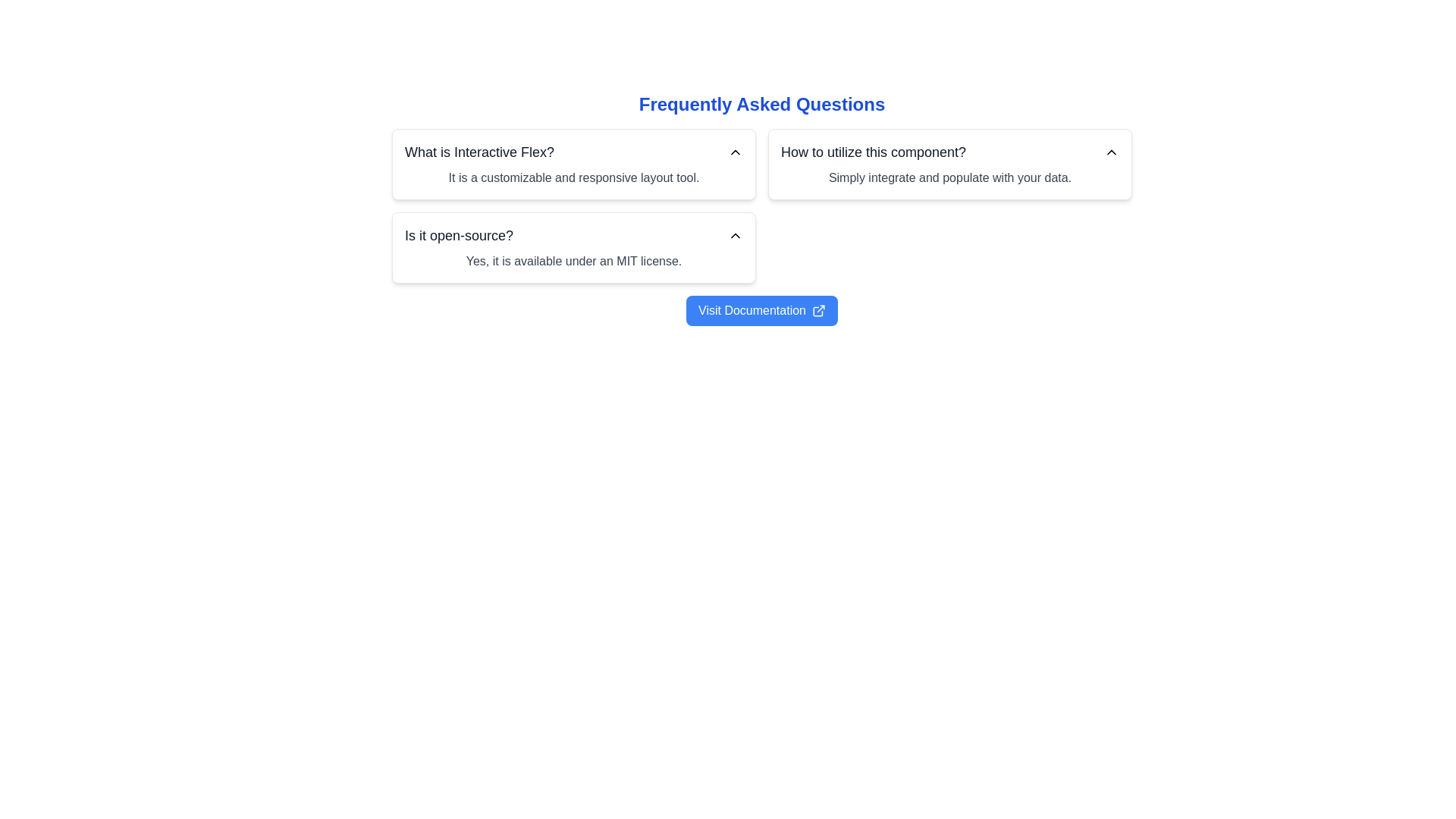 The height and width of the screenshot is (819, 1456). What do you see at coordinates (818, 309) in the screenshot?
I see `the design of the external link icon located adjacent to the 'Visit Documentation' text within the button component` at bounding box center [818, 309].